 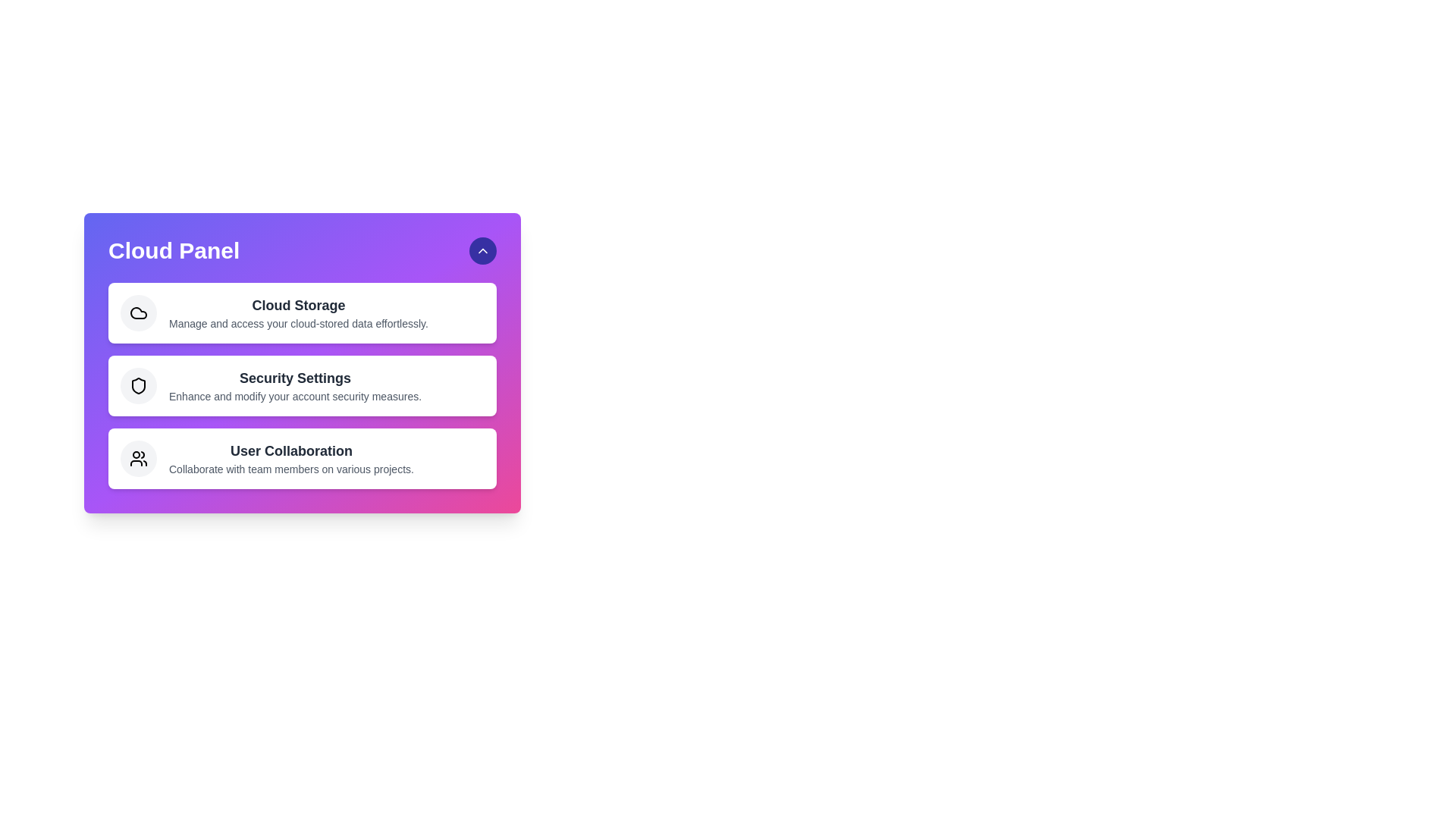 I want to click on the 'Cloud Storage' option to access its details, so click(x=302, y=312).